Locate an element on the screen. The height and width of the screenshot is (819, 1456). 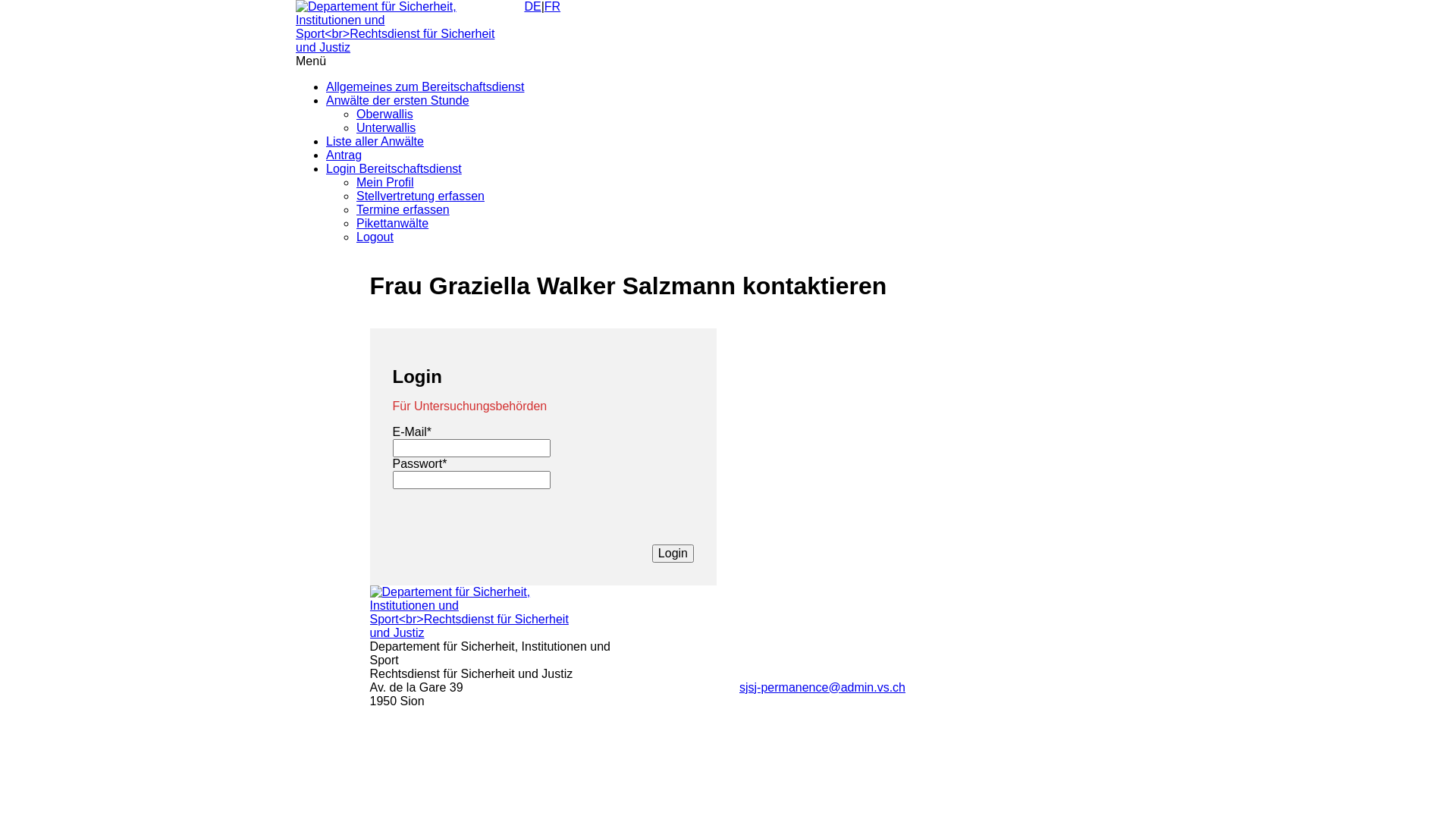
'Termine erfassen' is located at coordinates (403, 209).